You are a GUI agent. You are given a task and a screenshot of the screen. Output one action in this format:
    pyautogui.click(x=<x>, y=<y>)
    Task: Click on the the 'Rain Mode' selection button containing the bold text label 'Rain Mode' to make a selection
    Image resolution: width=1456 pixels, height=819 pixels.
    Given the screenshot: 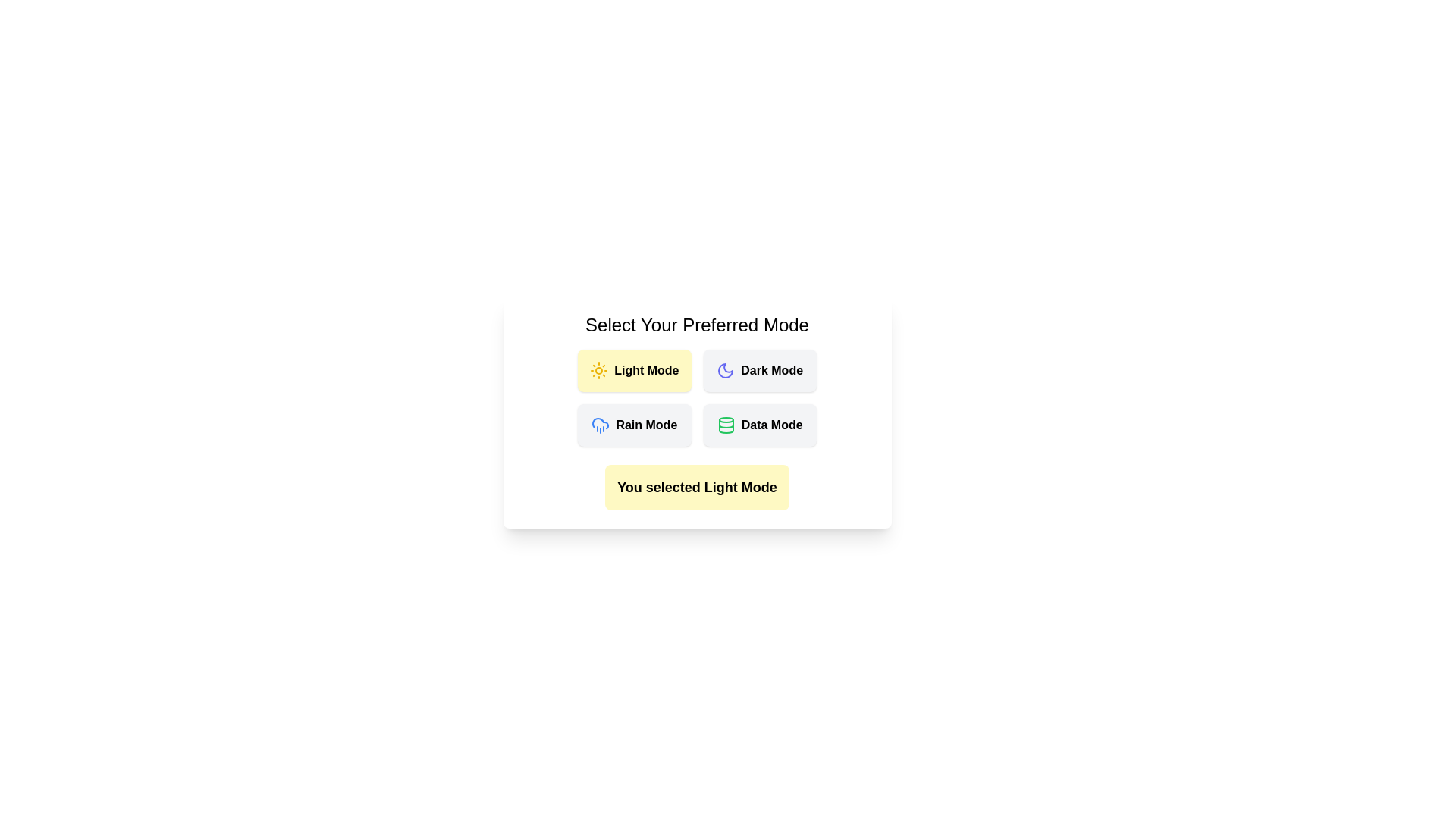 What is the action you would take?
    pyautogui.click(x=646, y=425)
    